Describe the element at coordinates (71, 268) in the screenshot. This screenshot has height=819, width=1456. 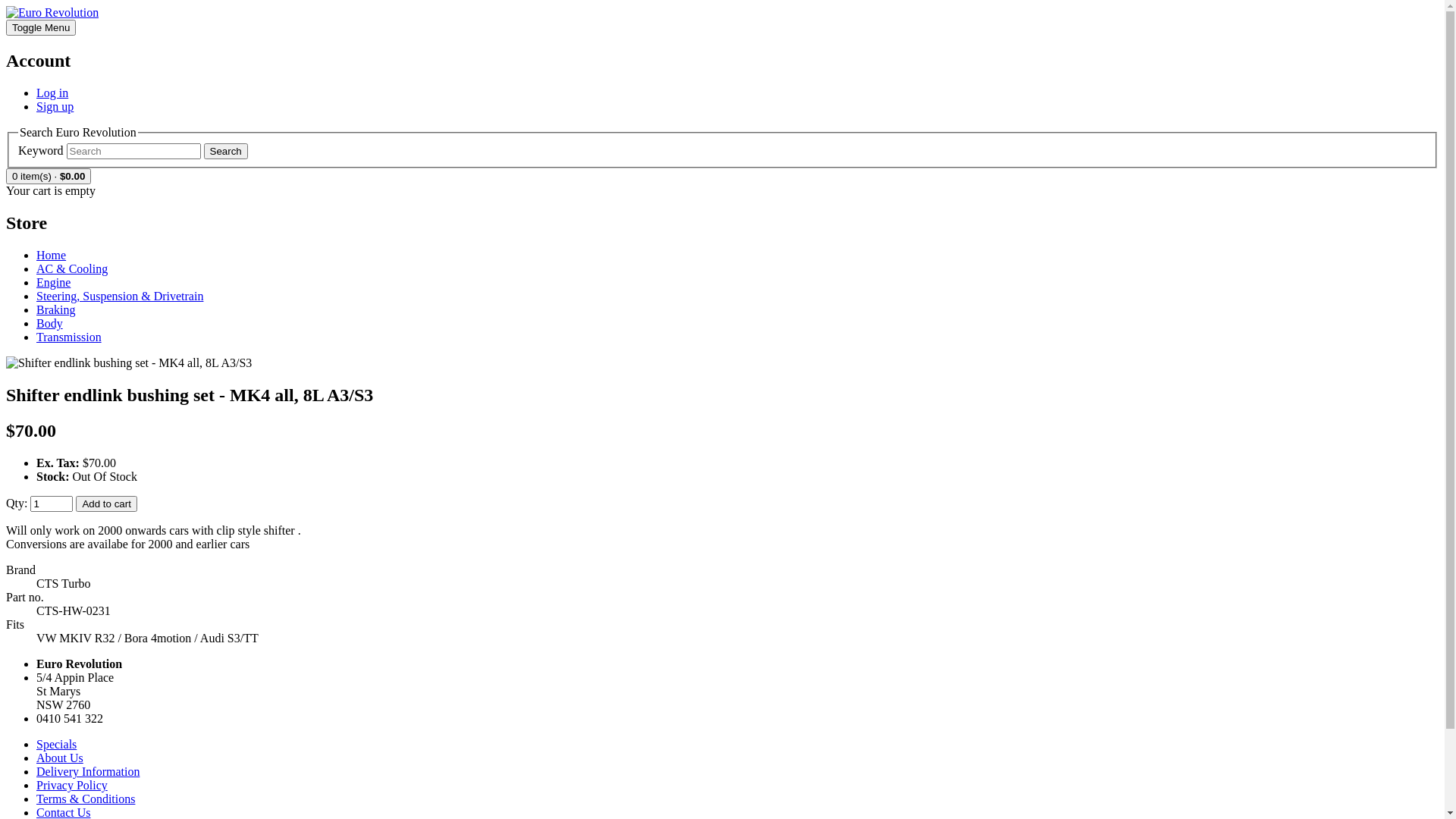
I see `'AC & Cooling'` at that location.